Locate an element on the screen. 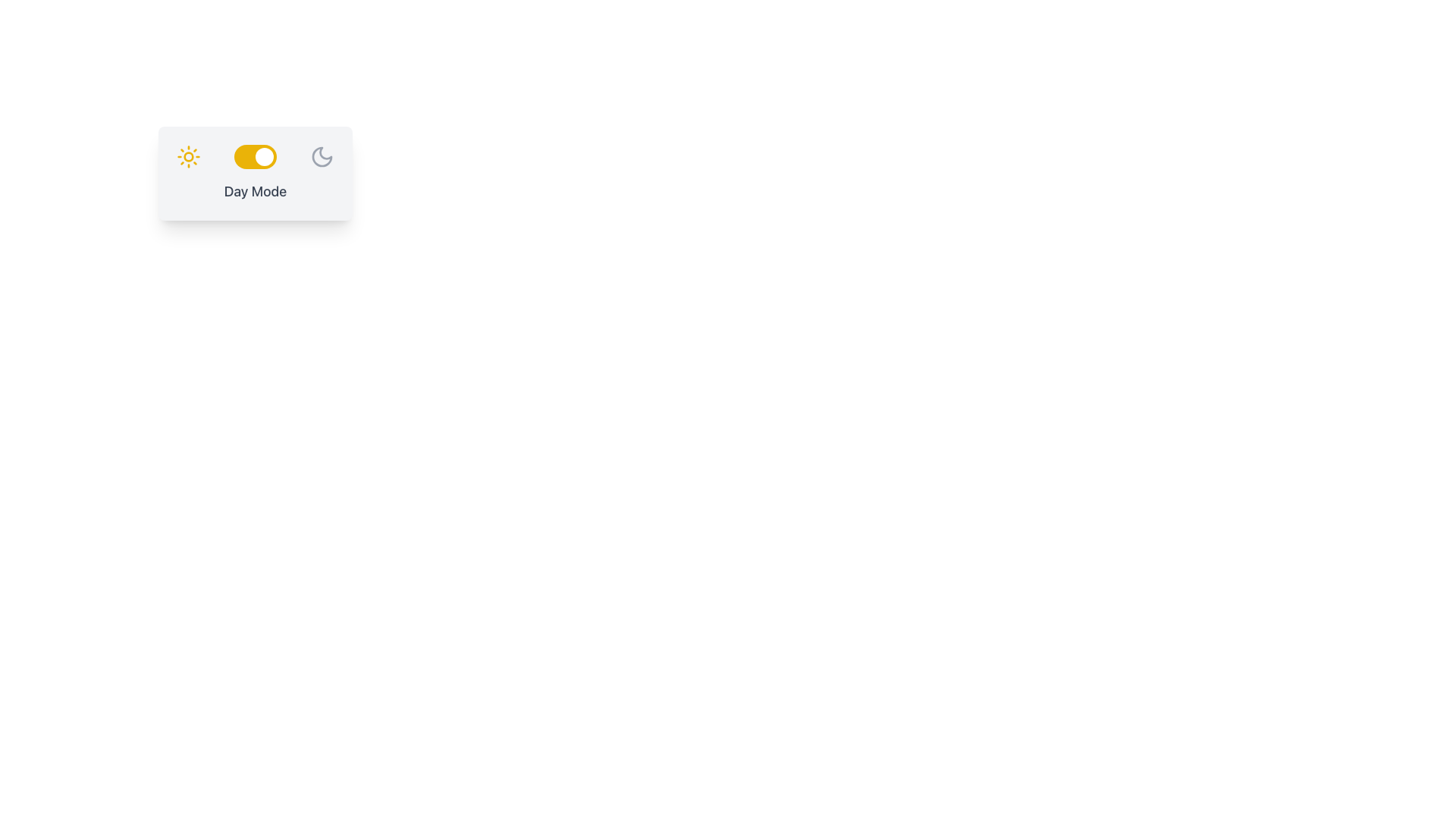  the decorative Circle element located at the center of the sun icon, which symbolizes the sun's brightness is located at coordinates (188, 157).